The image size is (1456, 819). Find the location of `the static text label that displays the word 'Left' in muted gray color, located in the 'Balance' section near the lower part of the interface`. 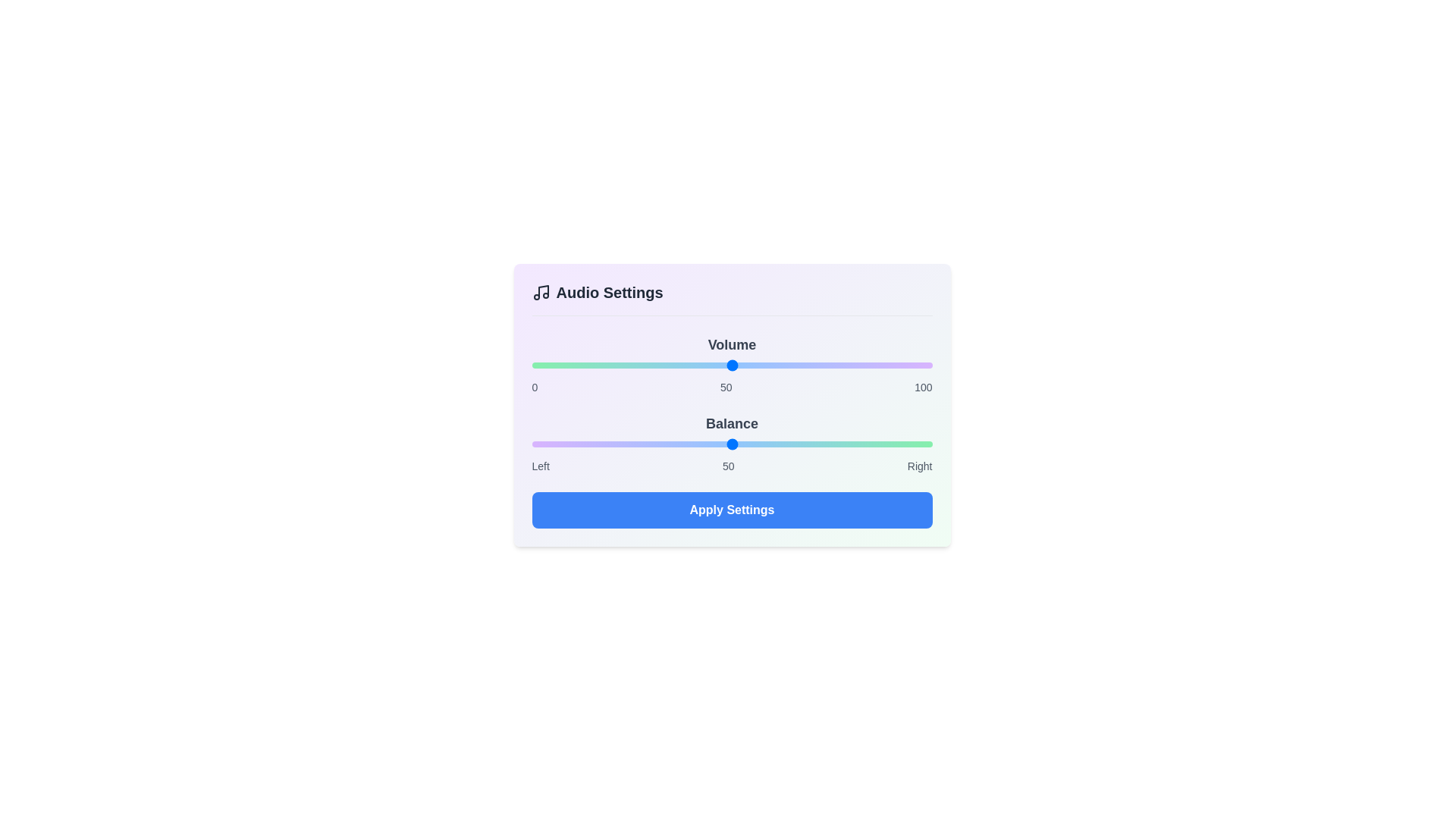

the static text label that displays the word 'Left' in muted gray color, located in the 'Balance' section near the lower part of the interface is located at coordinates (541, 465).